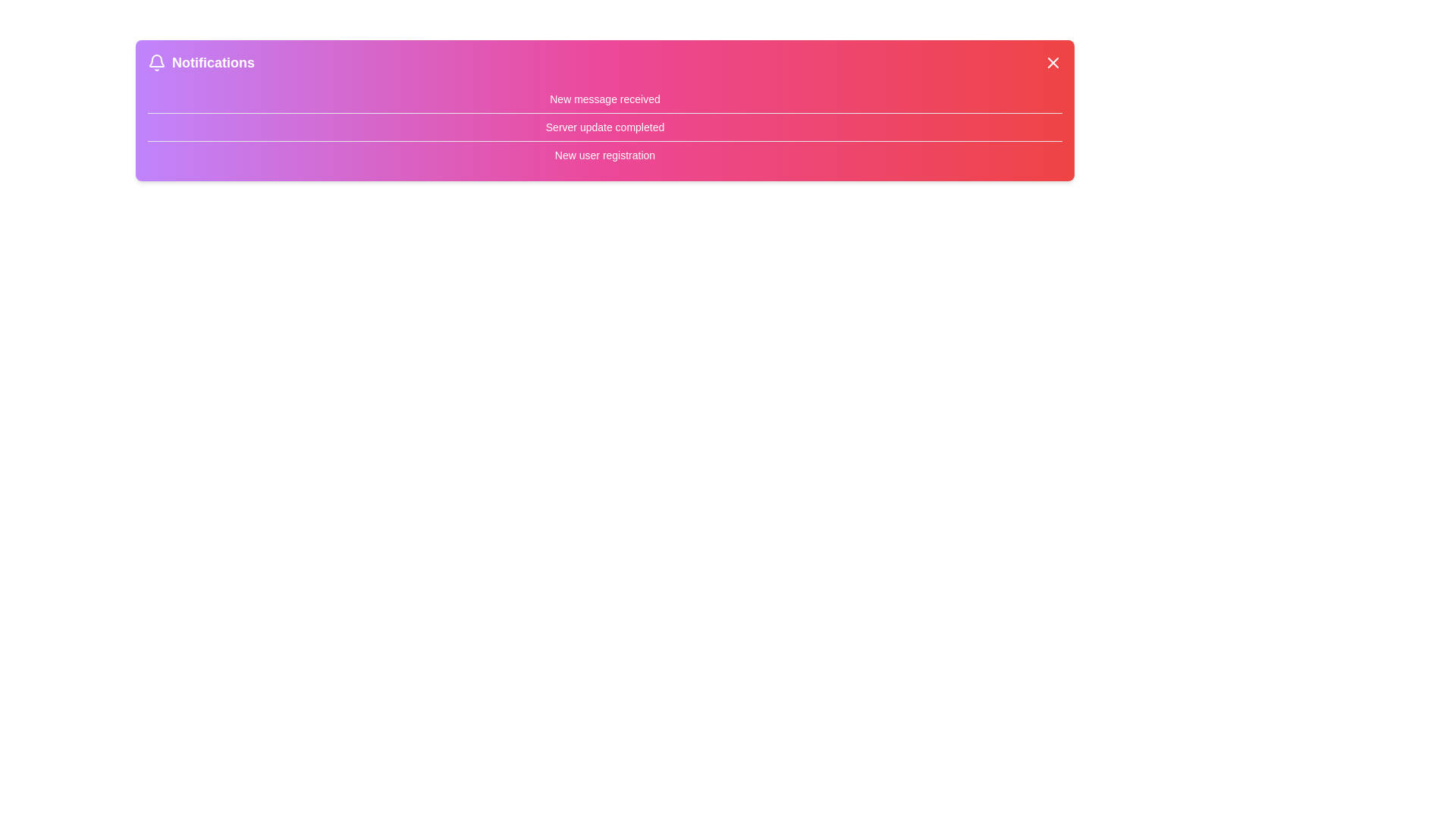 Image resolution: width=1456 pixels, height=819 pixels. I want to click on the close button located in the top-right corner of the notification card with a gradient background from purple to red, so click(1052, 62).